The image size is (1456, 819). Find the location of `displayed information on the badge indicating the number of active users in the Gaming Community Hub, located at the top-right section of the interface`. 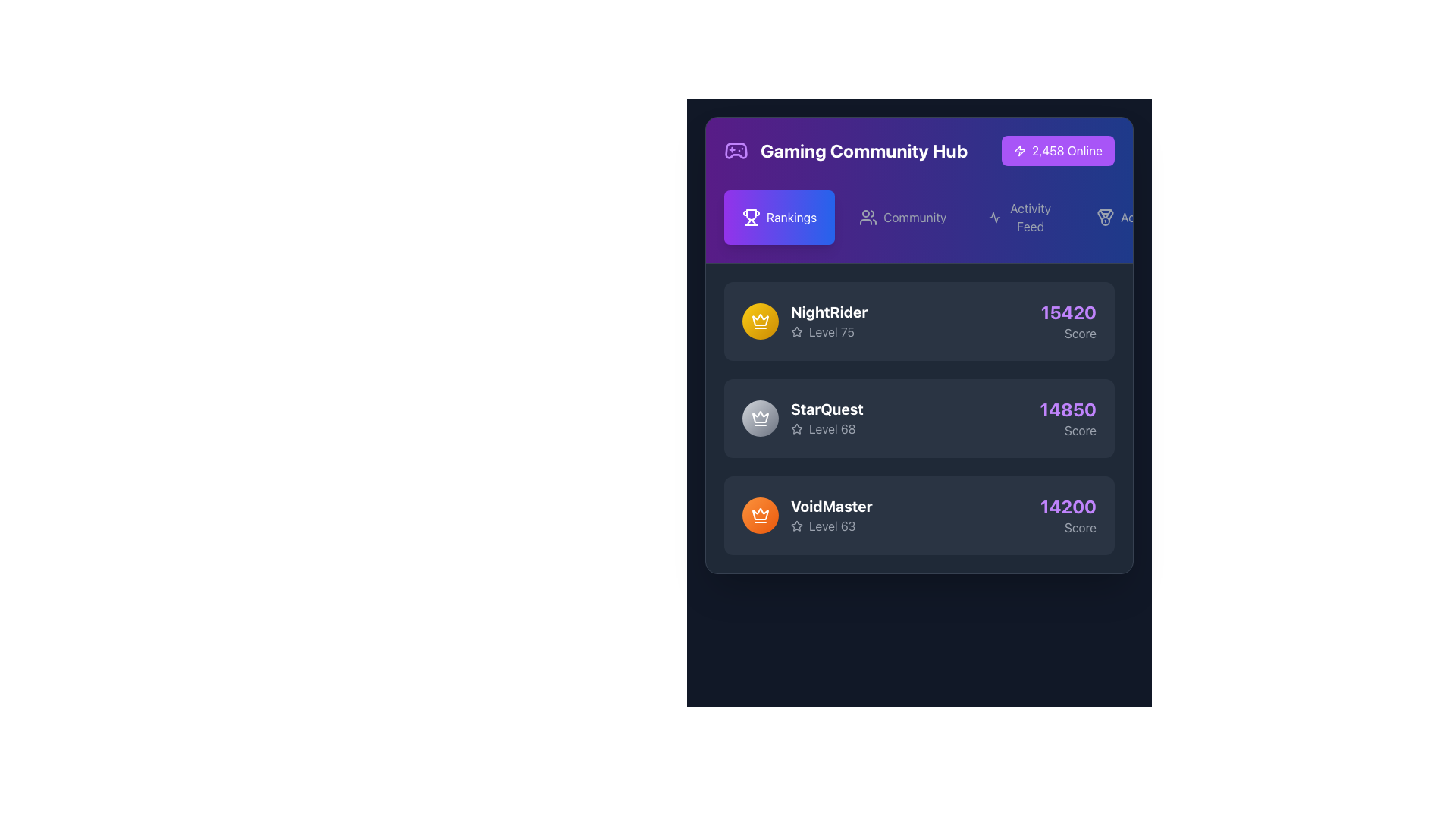

displayed information on the badge indicating the number of active users in the Gaming Community Hub, located at the top-right section of the interface is located at coordinates (1057, 151).